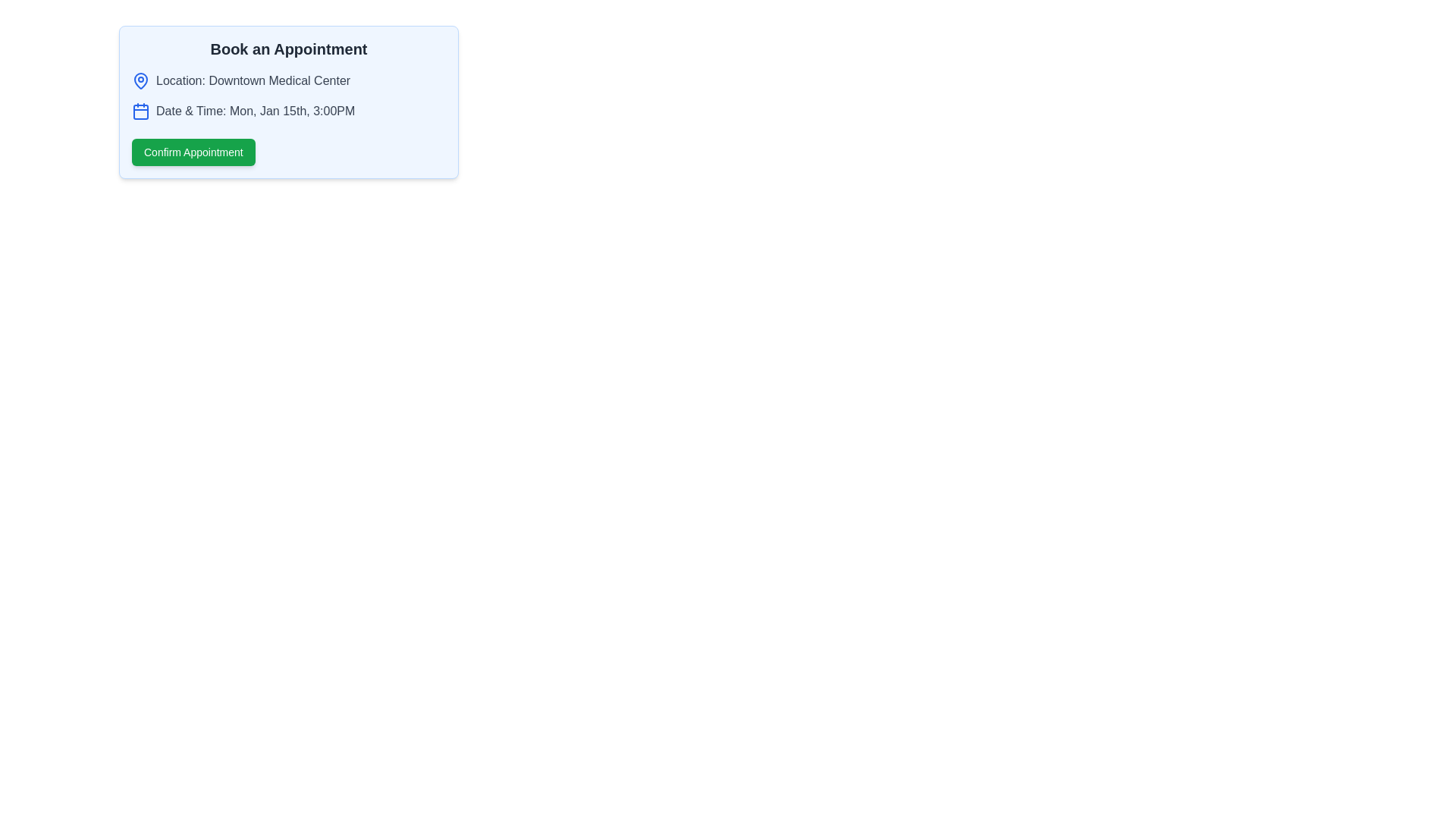  I want to click on the 'Date & Time: Mon, Jan 15th, 3:00PM' text element with a blue calendar icon, positioned below 'Location: Downtown Medical Center' and above the 'Confirm Appointment' button, so click(288, 110).